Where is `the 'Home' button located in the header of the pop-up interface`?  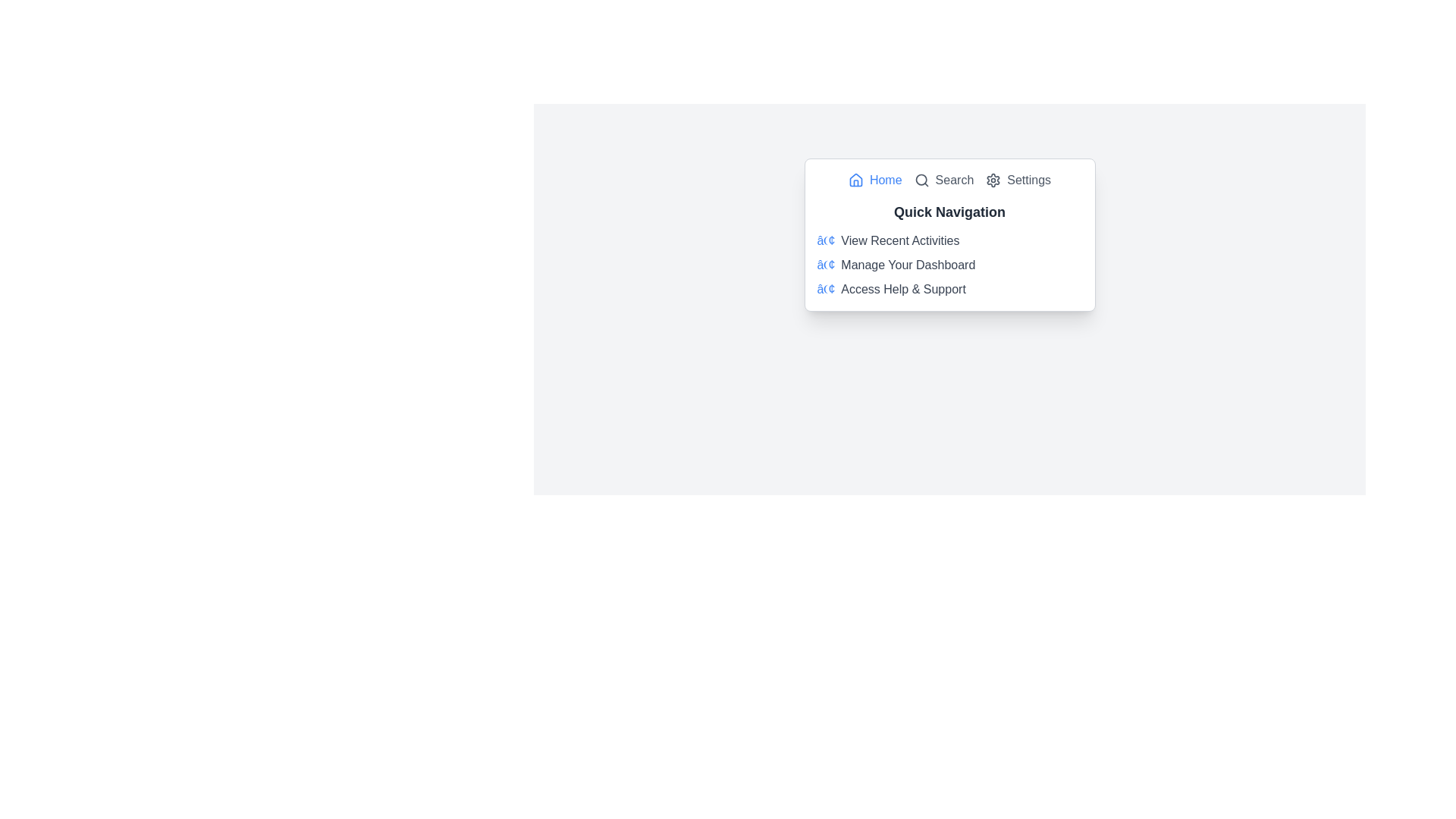
the 'Home' button located in the header of the pop-up interface is located at coordinates (875, 180).